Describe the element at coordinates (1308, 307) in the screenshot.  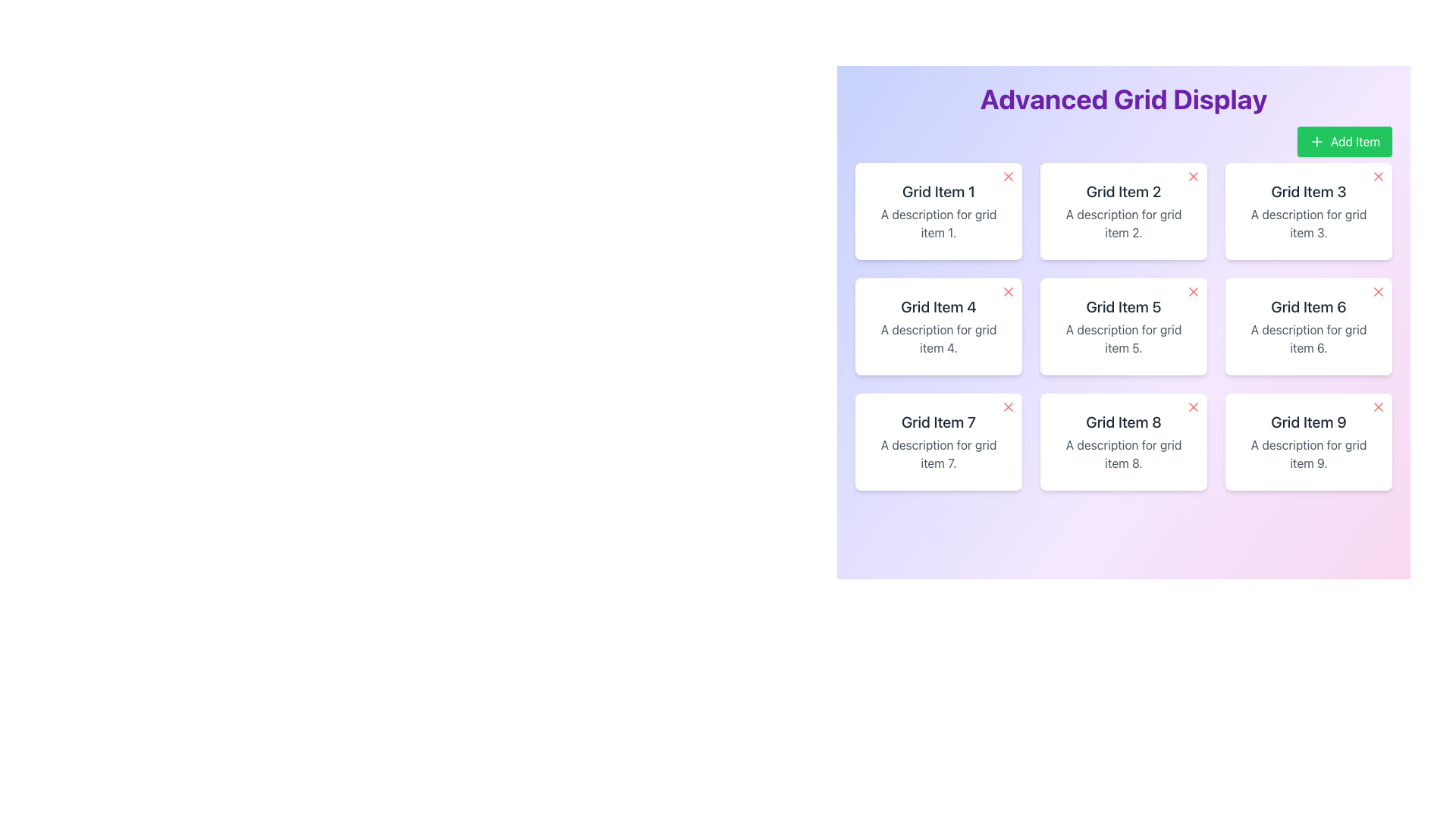
I see `the text label 'Grid Item 6' which is prominently displayed in bold at the center of the sixth card in the first row of the grid layout` at that location.